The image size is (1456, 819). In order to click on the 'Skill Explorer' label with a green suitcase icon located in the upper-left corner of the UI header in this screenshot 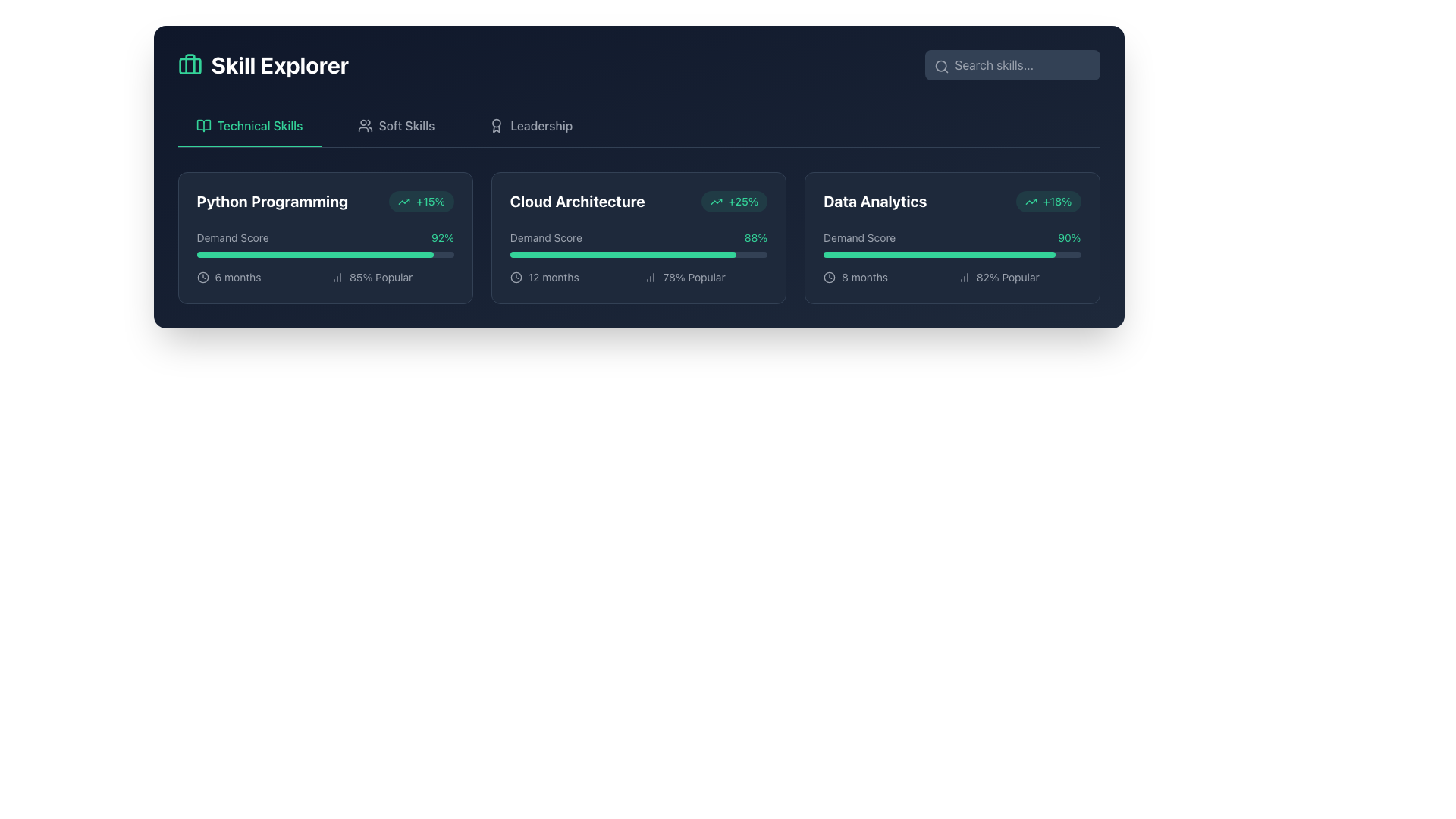, I will do `click(263, 64)`.